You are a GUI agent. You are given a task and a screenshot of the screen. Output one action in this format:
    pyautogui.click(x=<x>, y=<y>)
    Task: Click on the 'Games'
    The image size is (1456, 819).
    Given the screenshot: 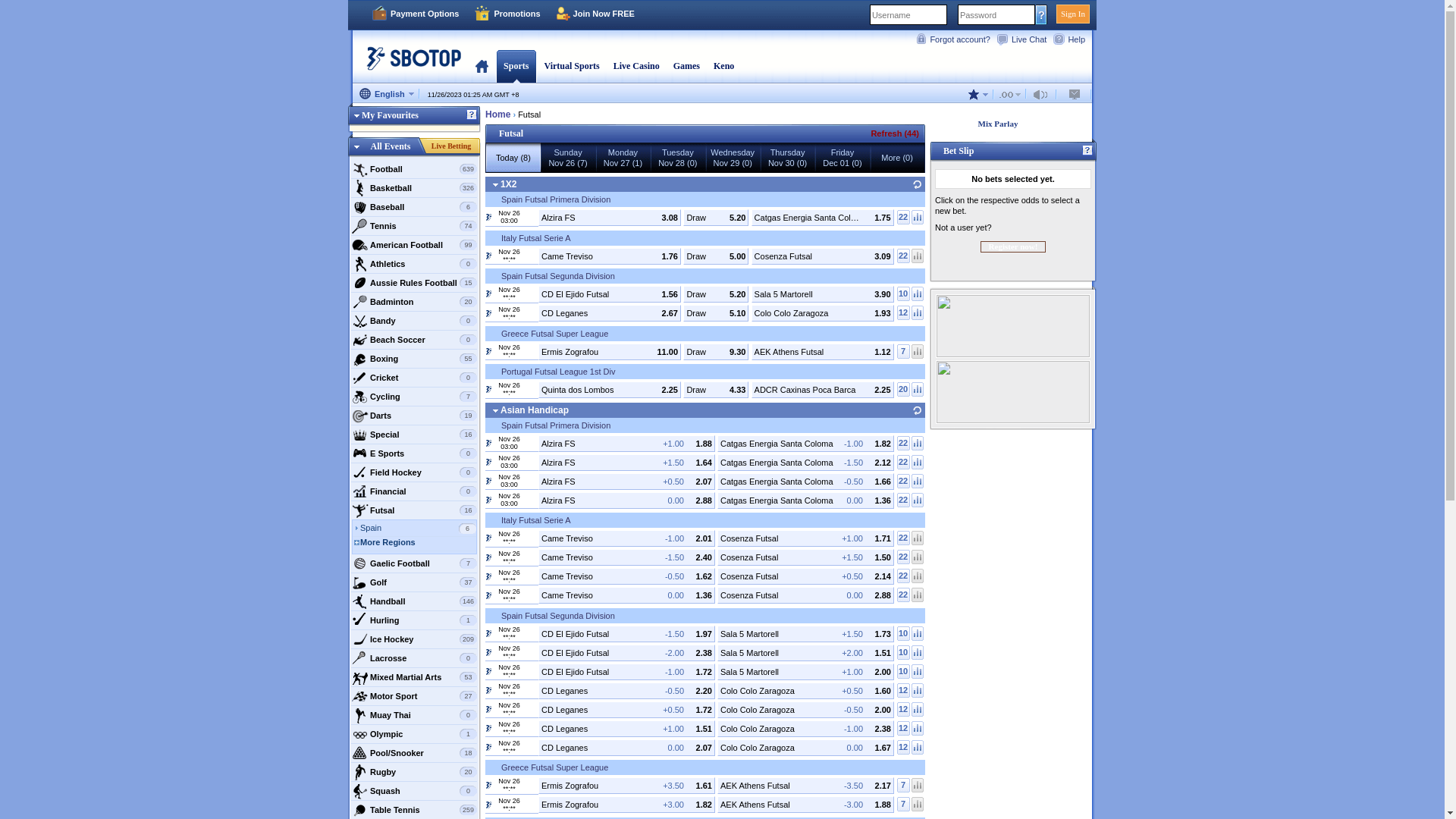 What is the action you would take?
    pyautogui.click(x=686, y=65)
    